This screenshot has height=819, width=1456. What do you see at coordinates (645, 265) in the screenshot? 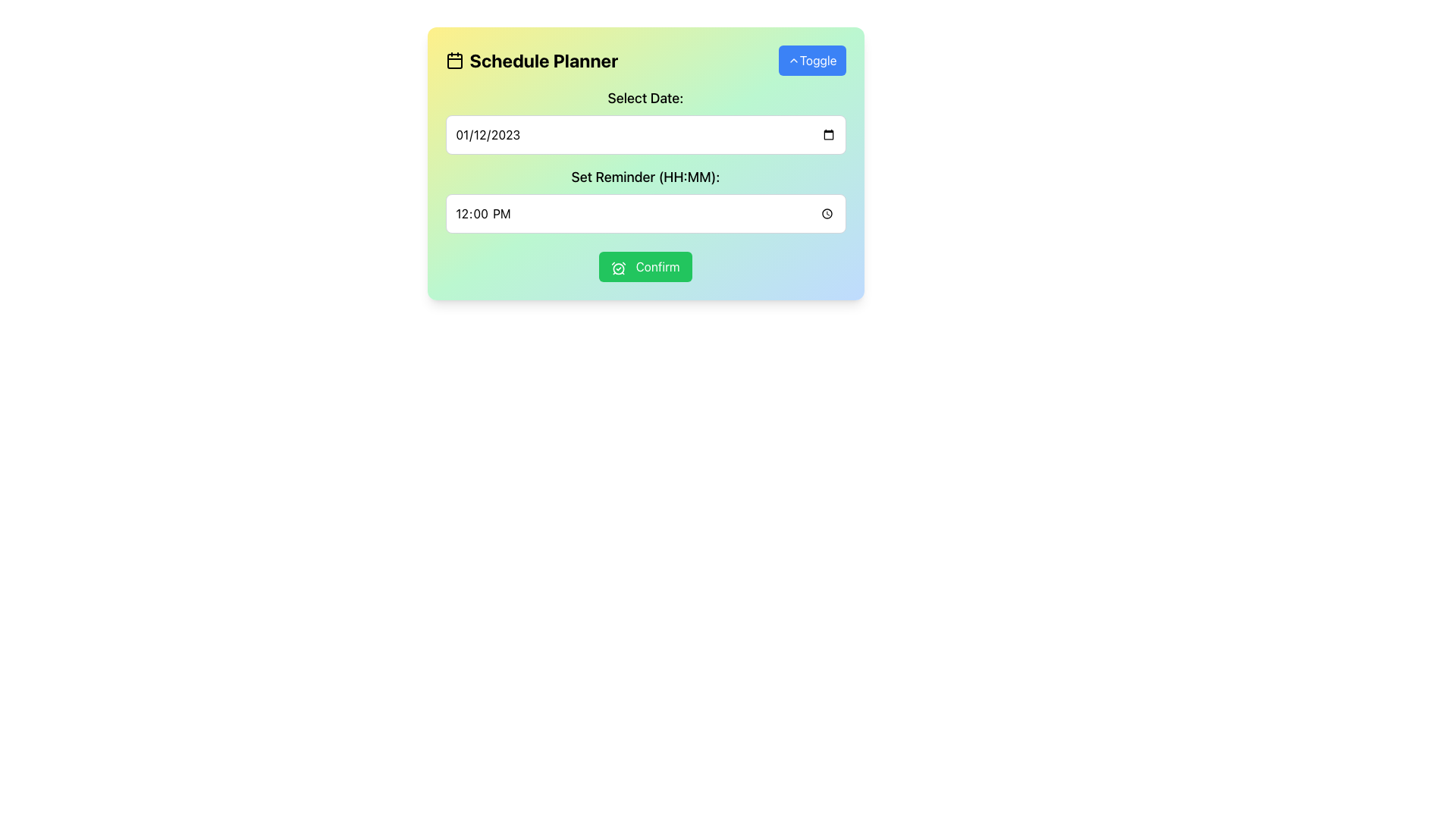
I see `the green confirmation button located at the bottom of the 'Schedule Planner' section to confirm the settings` at bounding box center [645, 265].